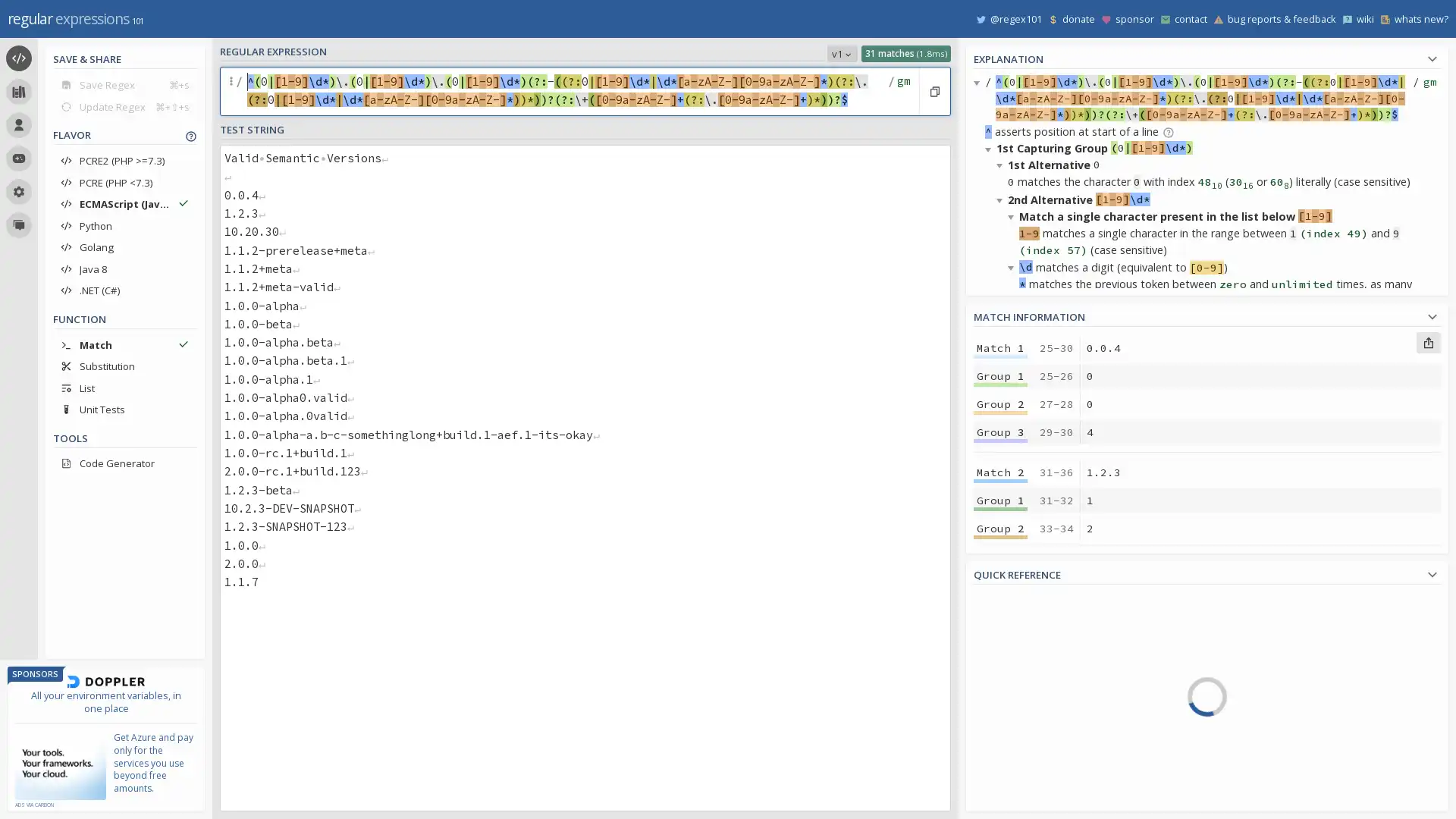 The height and width of the screenshot is (819, 1456). I want to click on Collapse Subtree, so click(990, 336).